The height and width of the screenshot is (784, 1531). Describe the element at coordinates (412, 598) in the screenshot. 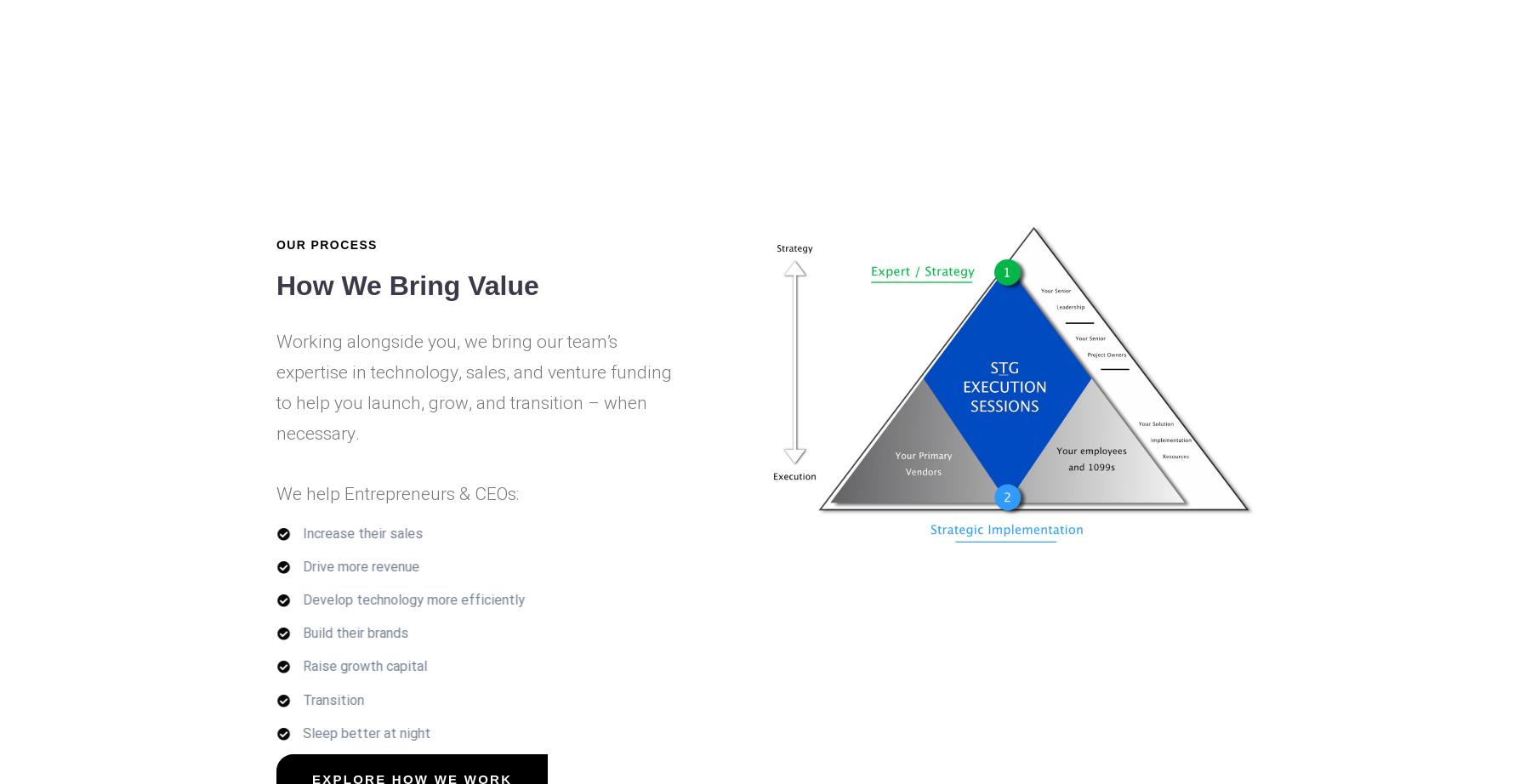

I see `'Develop technology more efficiently'` at that location.